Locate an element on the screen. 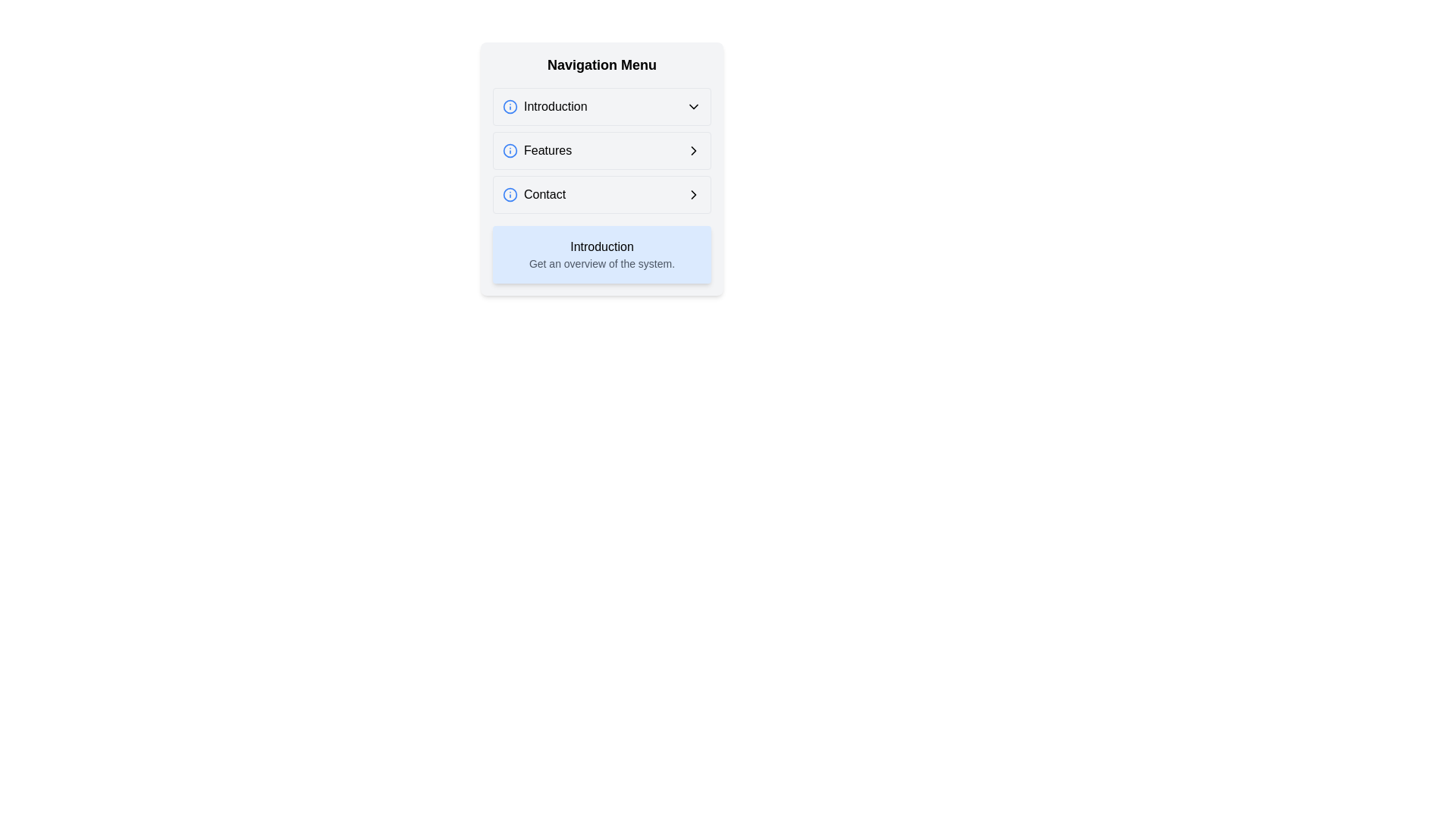 This screenshot has width=1456, height=819. the SVG circle element that is part of the 'Features' icon in the navigation menu, which is centered within the left margin of the 'Features' label is located at coordinates (510, 151).